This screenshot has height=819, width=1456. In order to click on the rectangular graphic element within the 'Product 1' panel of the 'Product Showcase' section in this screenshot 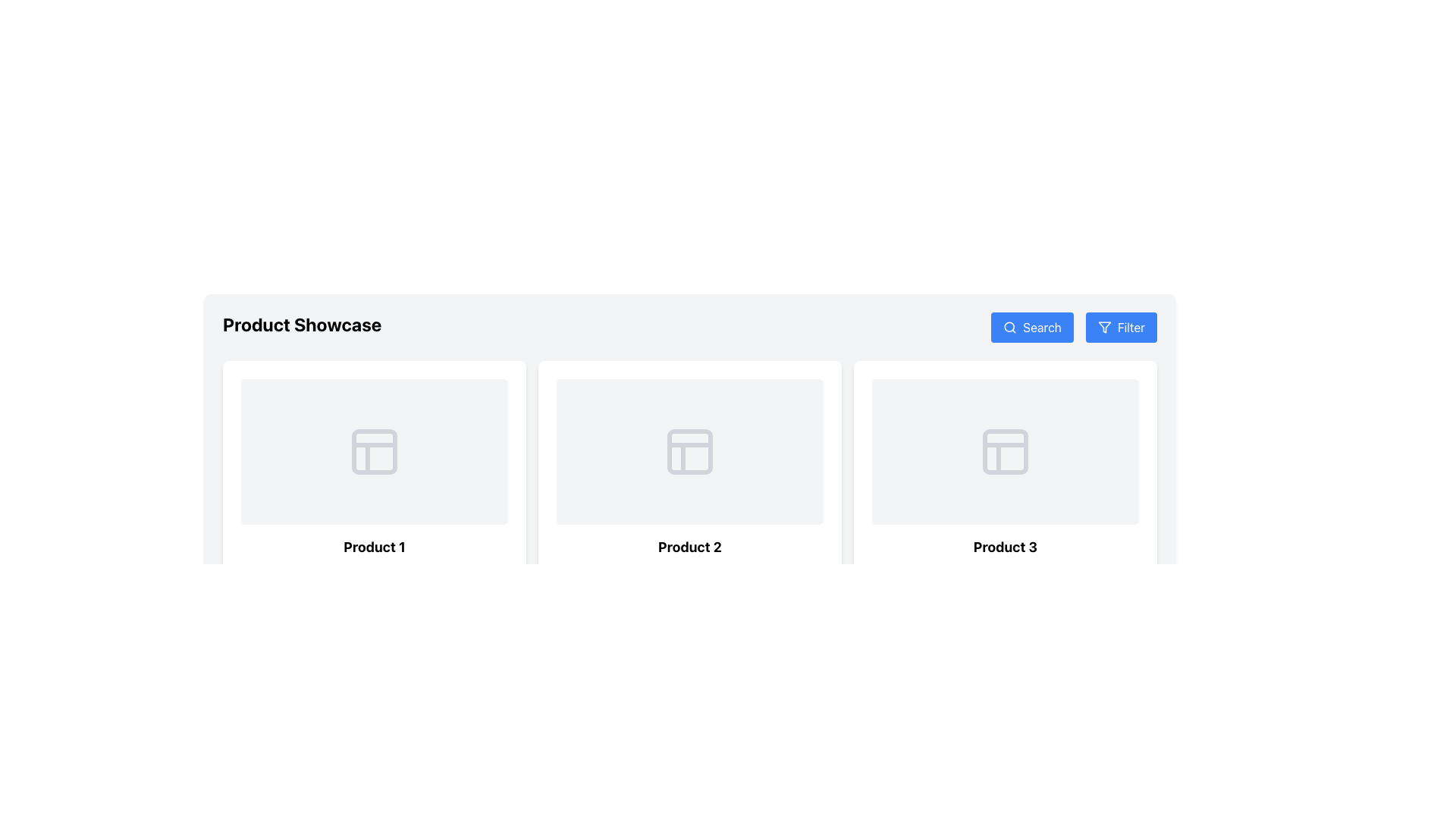, I will do `click(375, 451)`.